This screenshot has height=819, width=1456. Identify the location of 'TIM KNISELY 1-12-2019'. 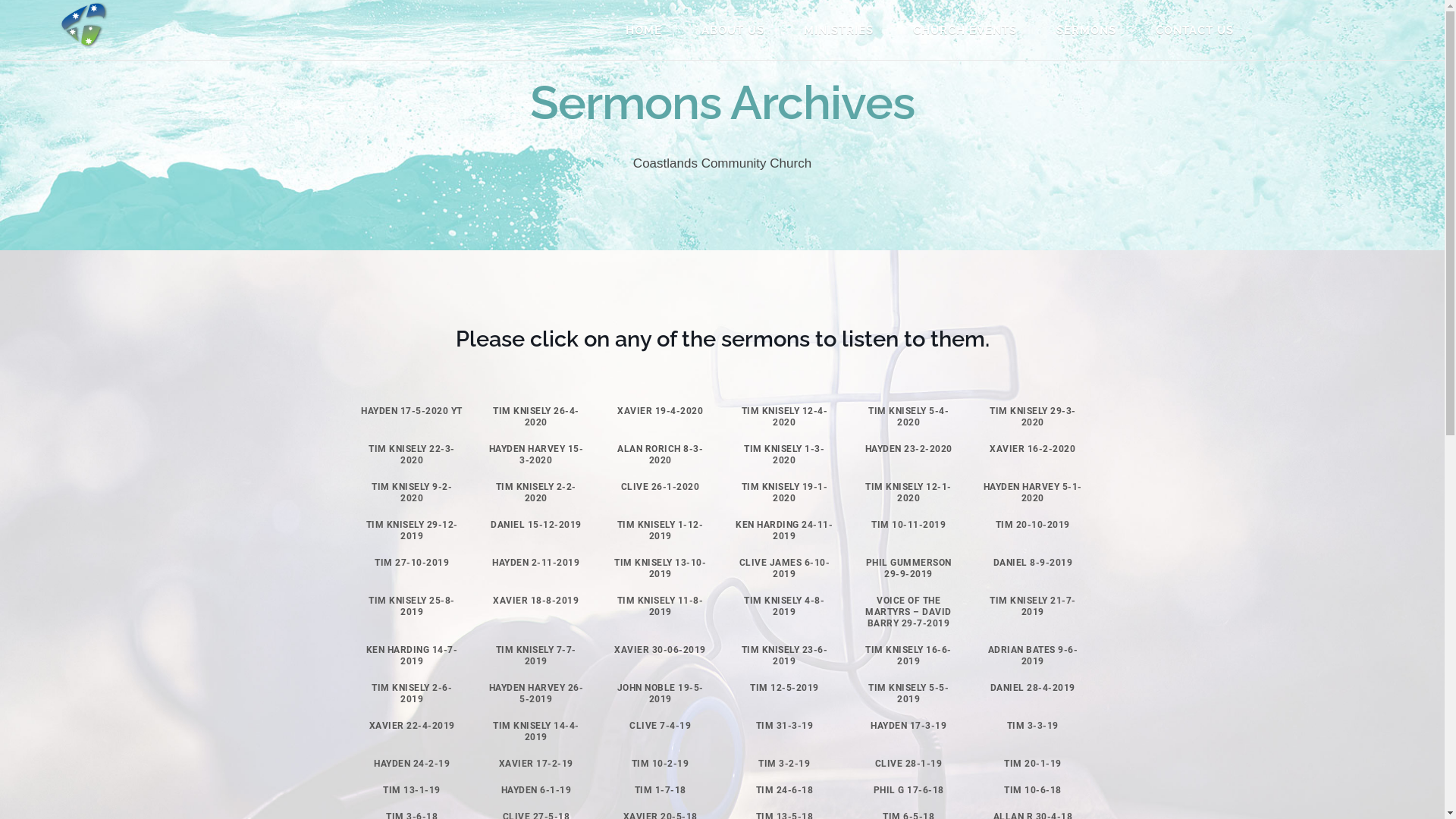
(660, 529).